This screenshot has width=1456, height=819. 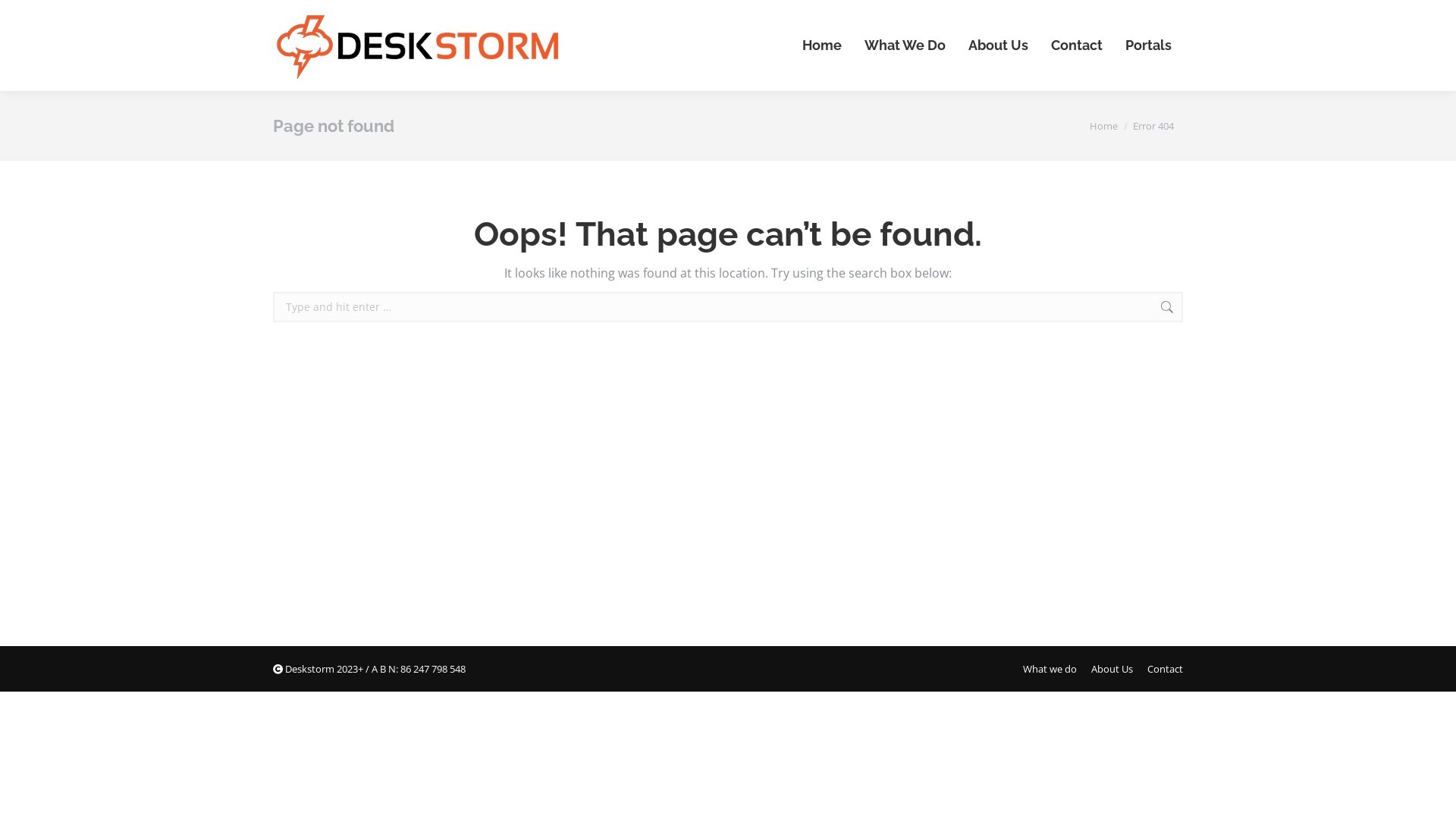 What do you see at coordinates (1206, 307) in the screenshot?
I see `'Go!'` at bounding box center [1206, 307].